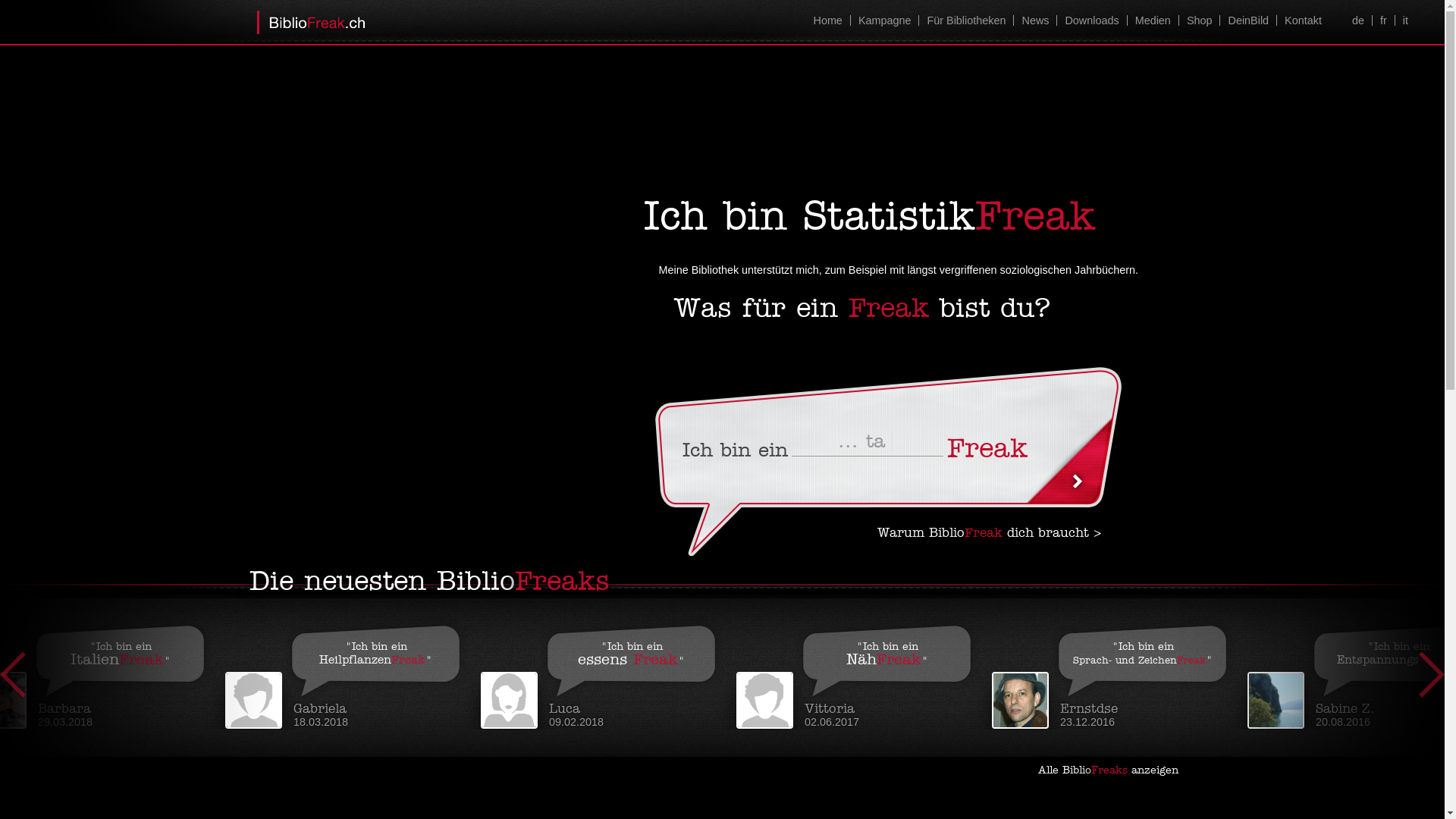  Describe the element at coordinates (1404, 20) in the screenshot. I see `'it'` at that location.